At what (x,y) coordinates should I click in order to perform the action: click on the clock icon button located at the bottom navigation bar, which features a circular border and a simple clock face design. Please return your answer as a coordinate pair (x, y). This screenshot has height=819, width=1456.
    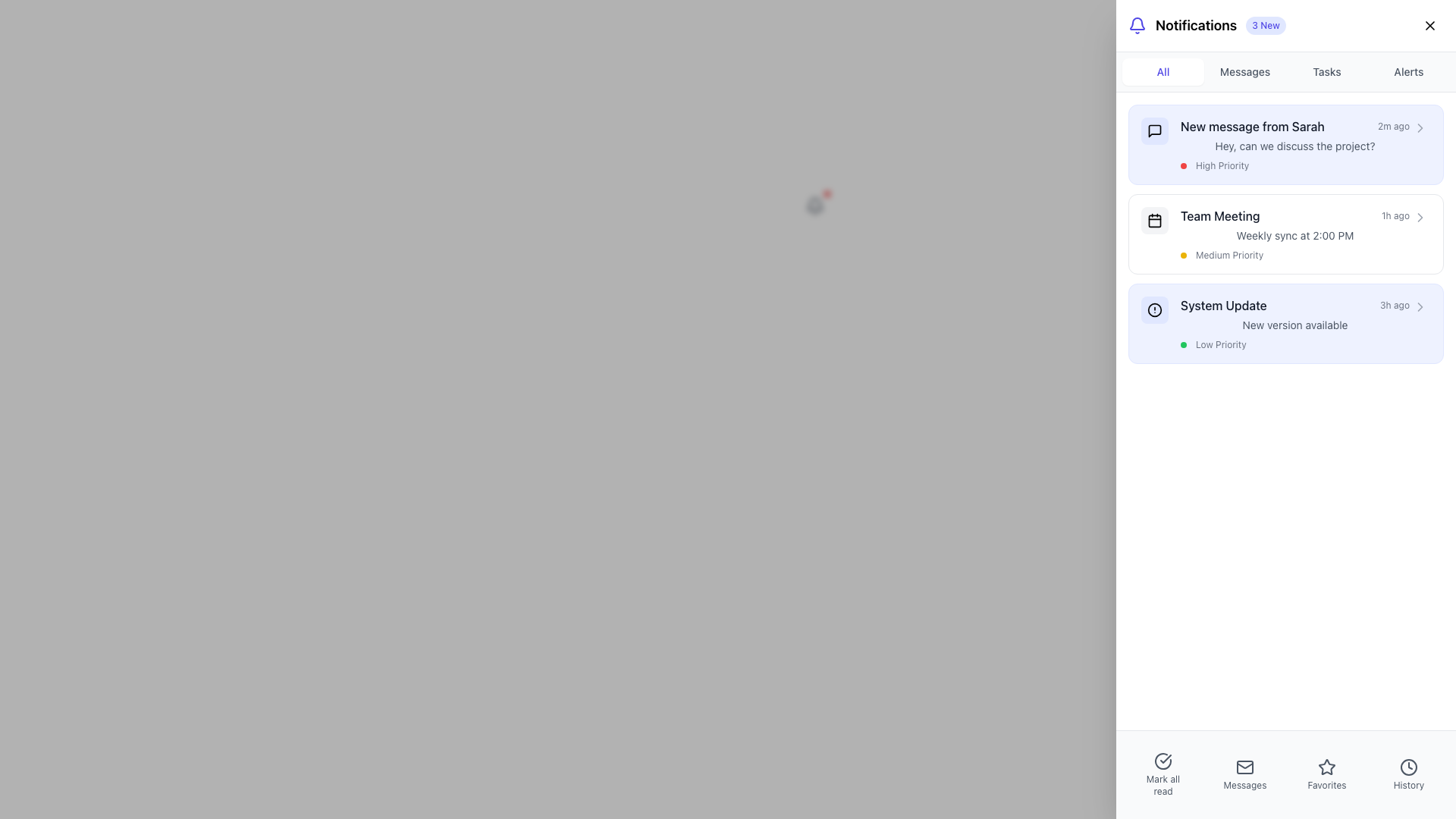
    Looking at the image, I should click on (1407, 767).